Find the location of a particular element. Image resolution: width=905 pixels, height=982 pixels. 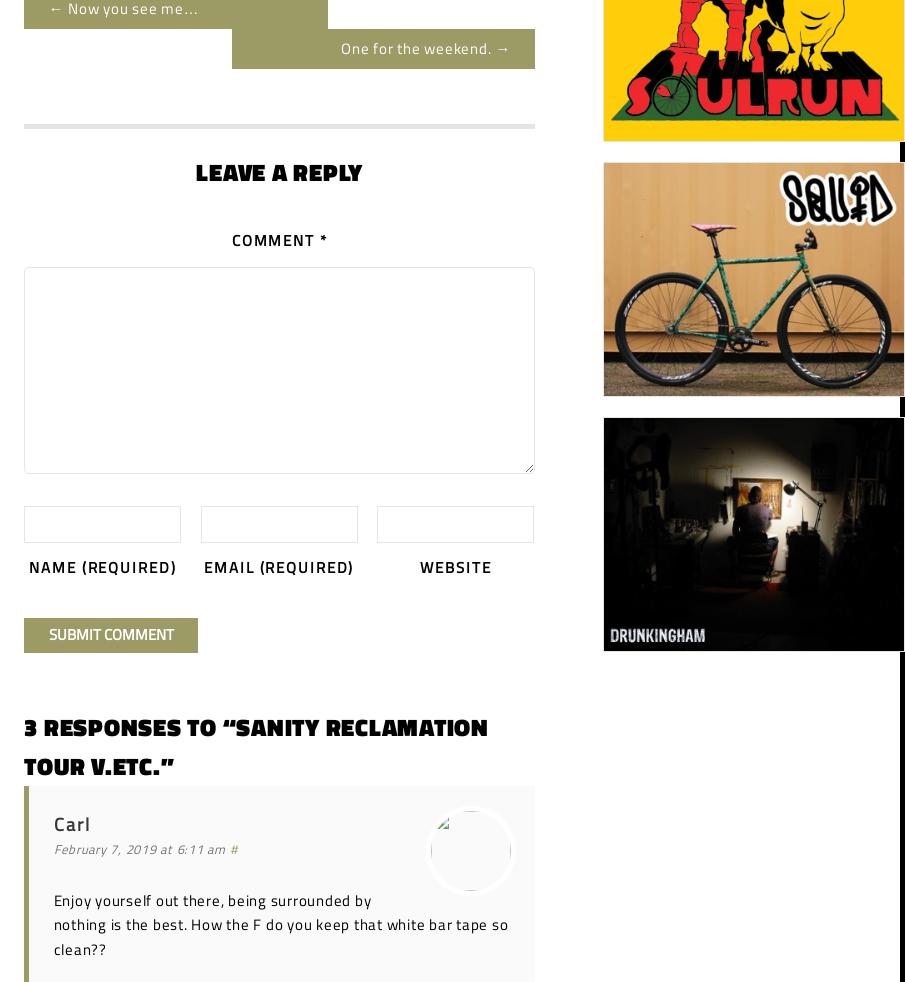

'February 7, 2019 at 6:11 am' is located at coordinates (138, 849).